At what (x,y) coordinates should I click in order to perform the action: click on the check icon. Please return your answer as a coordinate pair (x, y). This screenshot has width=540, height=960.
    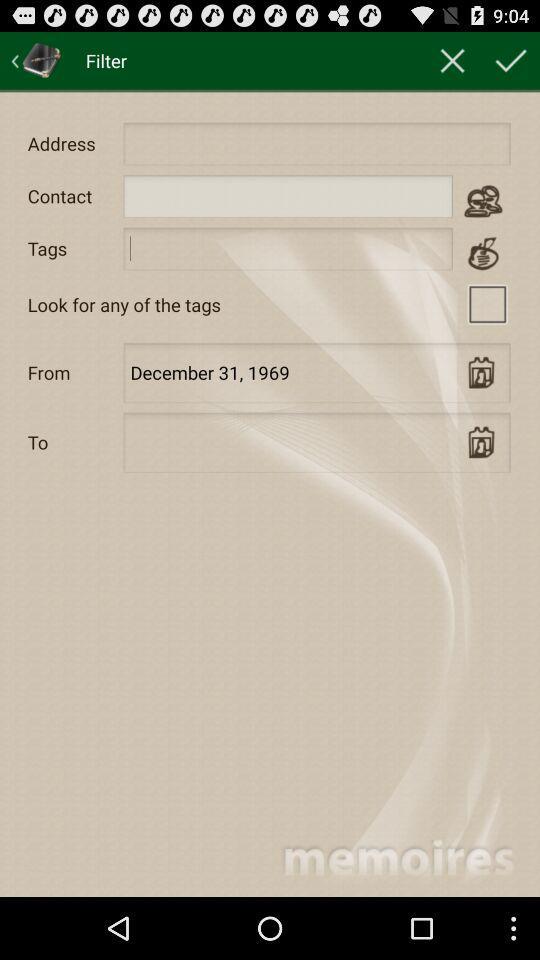
    Looking at the image, I should click on (511, 64).